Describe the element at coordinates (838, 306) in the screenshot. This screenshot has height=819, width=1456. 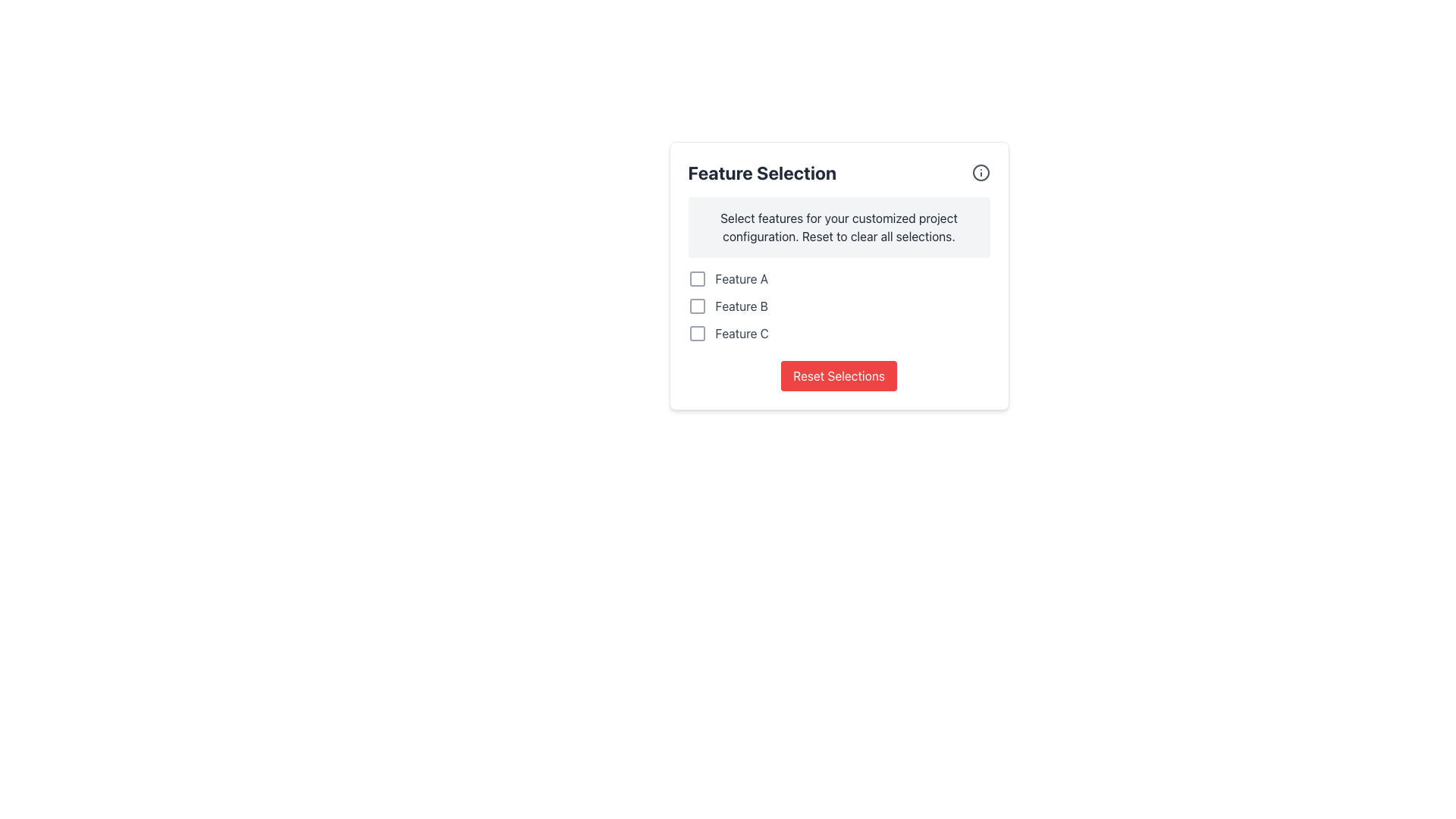
I see `the selectable list item representing 'Feature B'` at that location.